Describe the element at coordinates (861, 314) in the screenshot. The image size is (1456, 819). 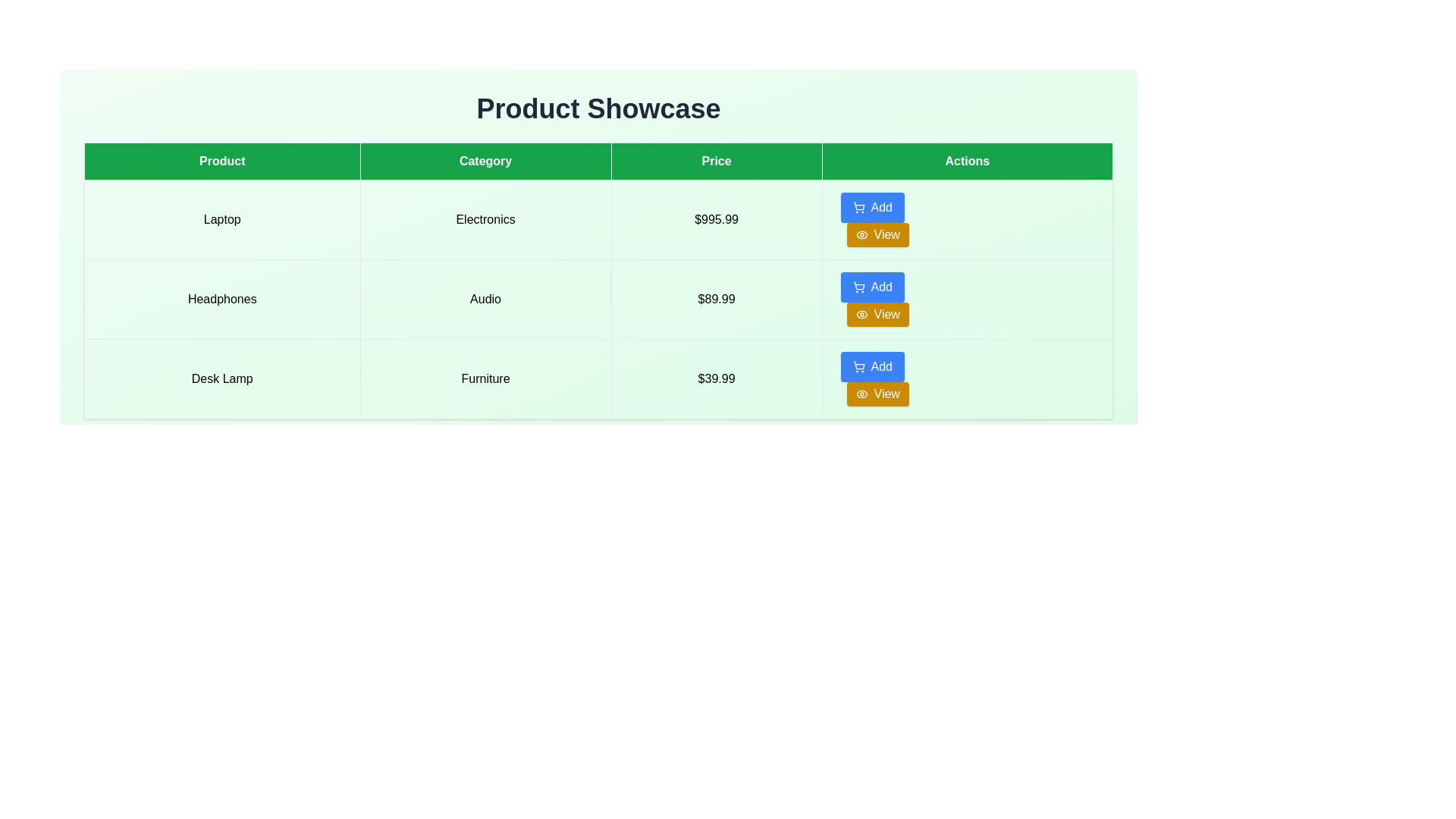
I see `the curved line segment of the eye-like SVG icon located within the 'View' button in the 'Actions' column of the first row in the 'Product Showcase' data table` at that location.